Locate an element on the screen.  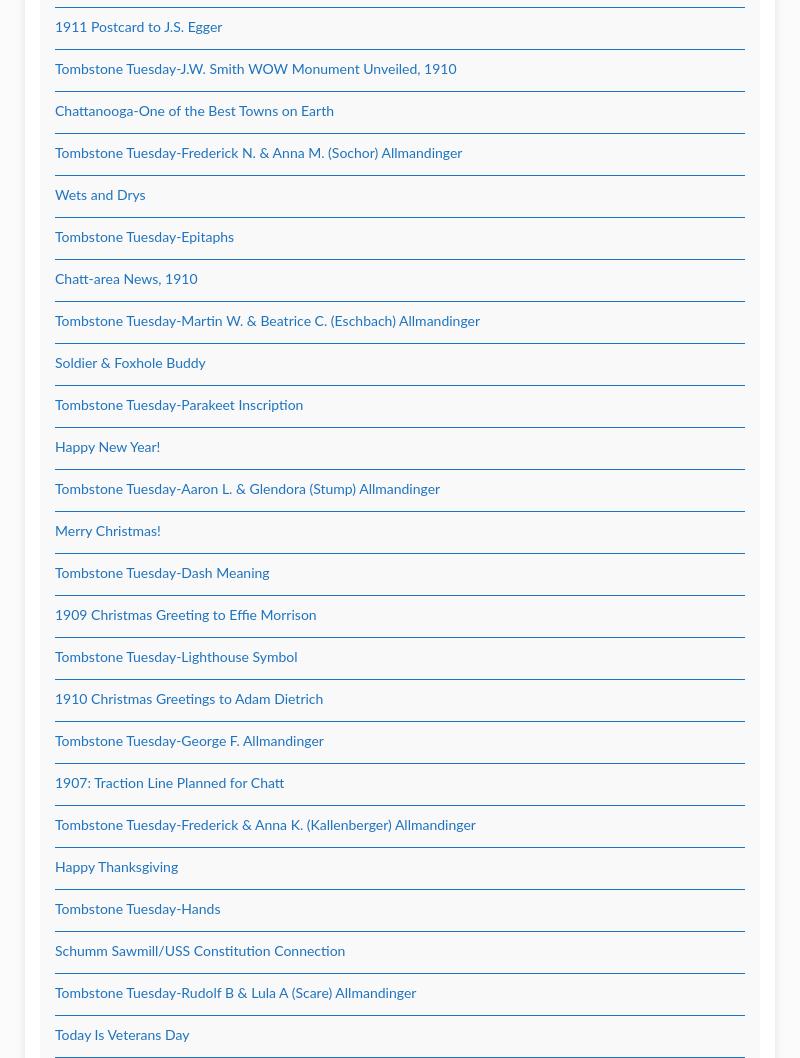
'1911 Postcard to J.S. Egger' is located at coordinates (138, 28).